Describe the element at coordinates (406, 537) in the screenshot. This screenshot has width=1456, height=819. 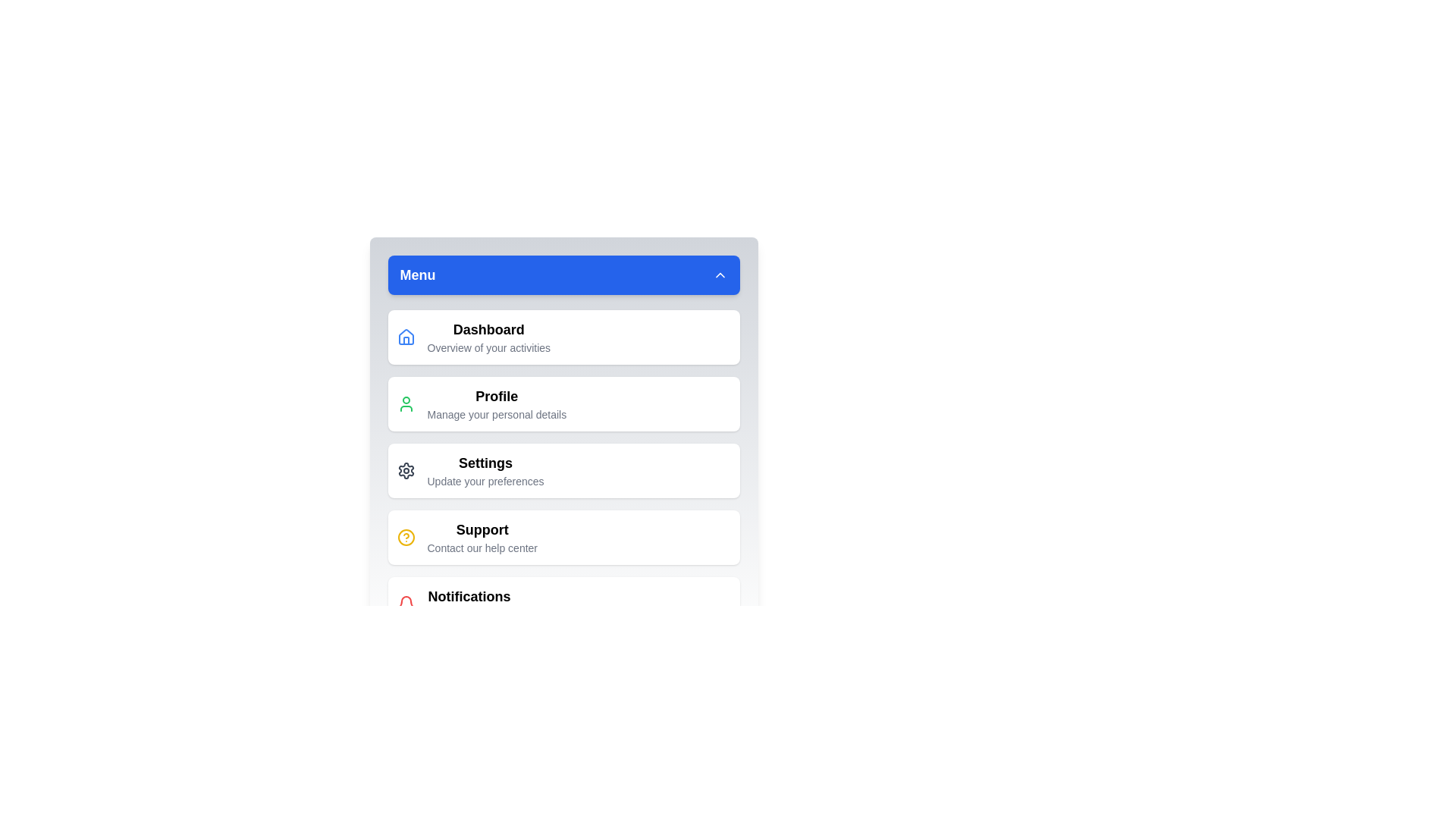
I see `the SVG circle element that is part of the help icon, located next to the 'Support' text` at that location.